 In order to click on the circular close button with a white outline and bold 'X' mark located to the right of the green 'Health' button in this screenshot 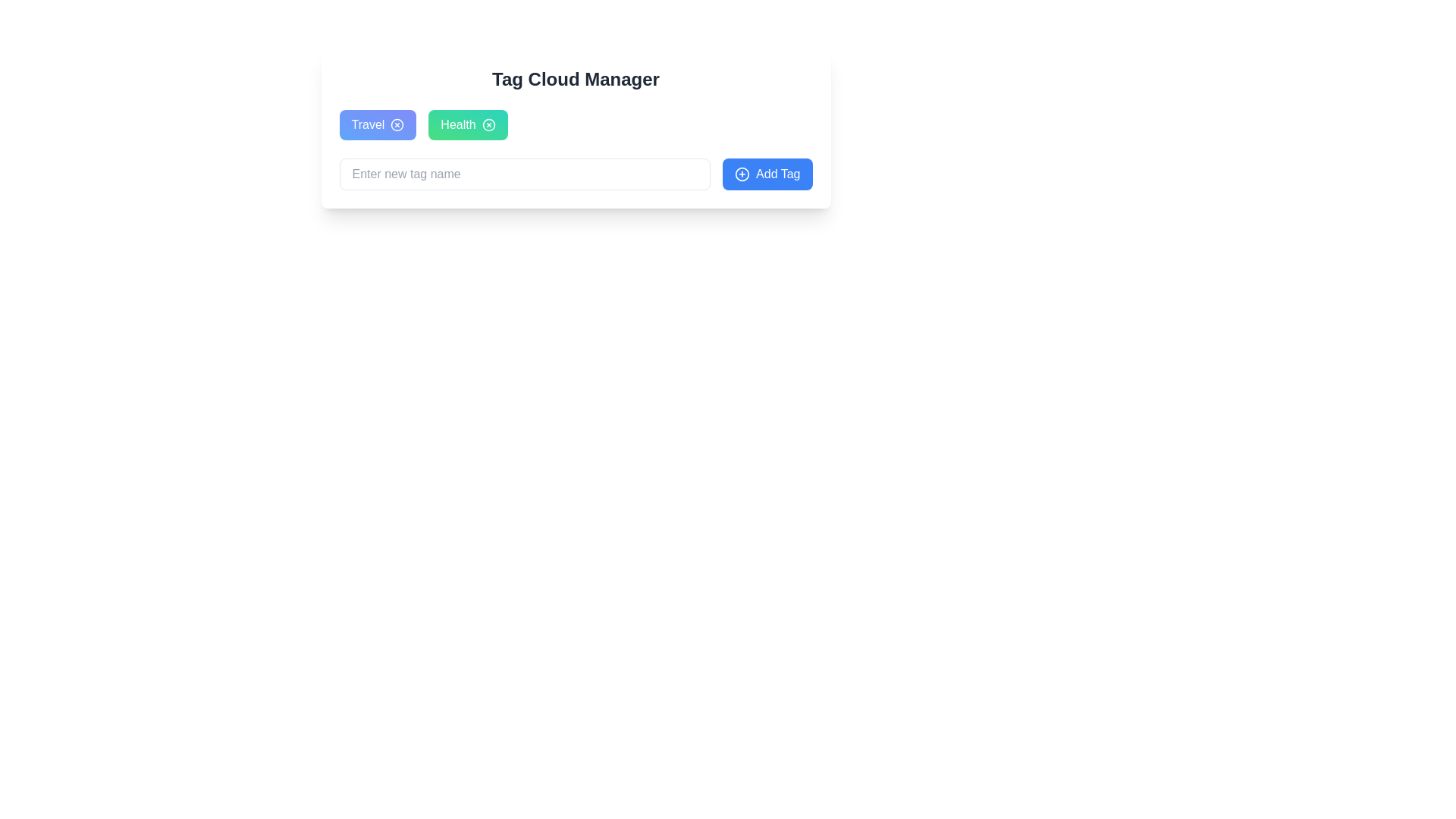, I will do `click(488, 124)`.